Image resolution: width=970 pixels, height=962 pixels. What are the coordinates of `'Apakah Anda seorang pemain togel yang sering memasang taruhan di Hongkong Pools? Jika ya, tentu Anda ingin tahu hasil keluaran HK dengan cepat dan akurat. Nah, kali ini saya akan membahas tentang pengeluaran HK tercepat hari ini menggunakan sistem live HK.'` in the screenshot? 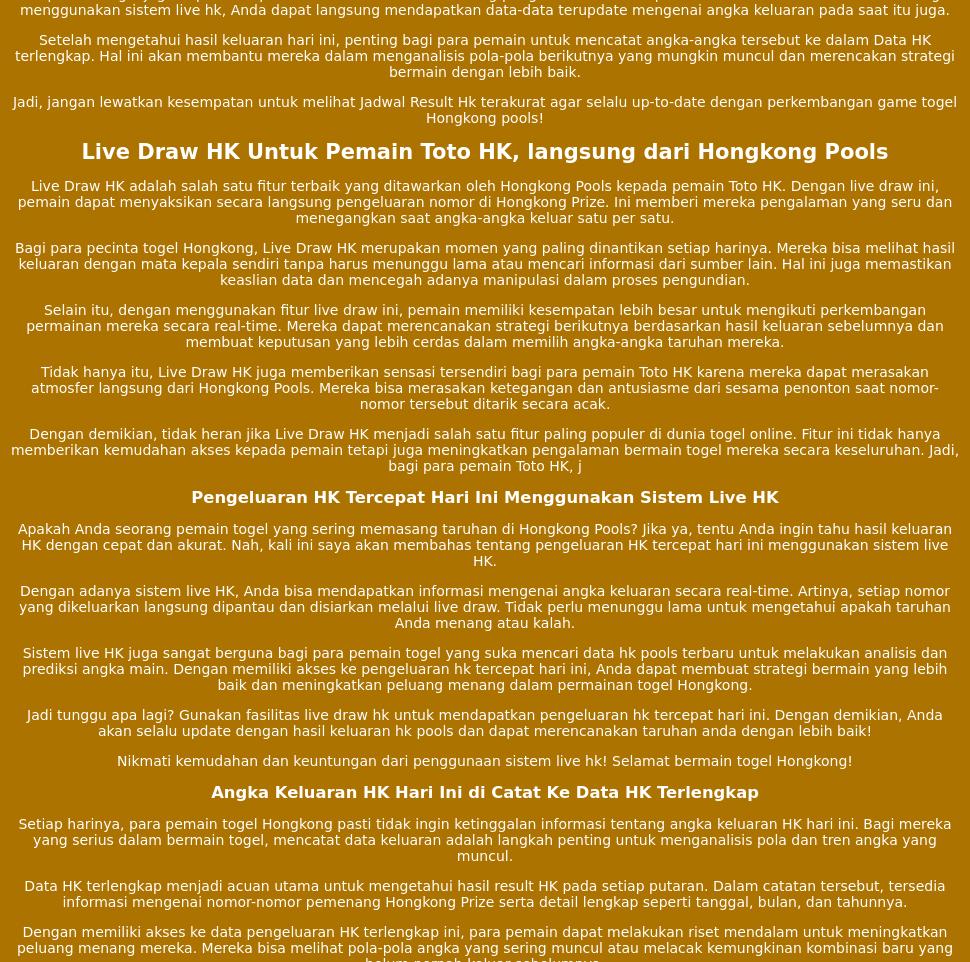 It's located at (483, 544).